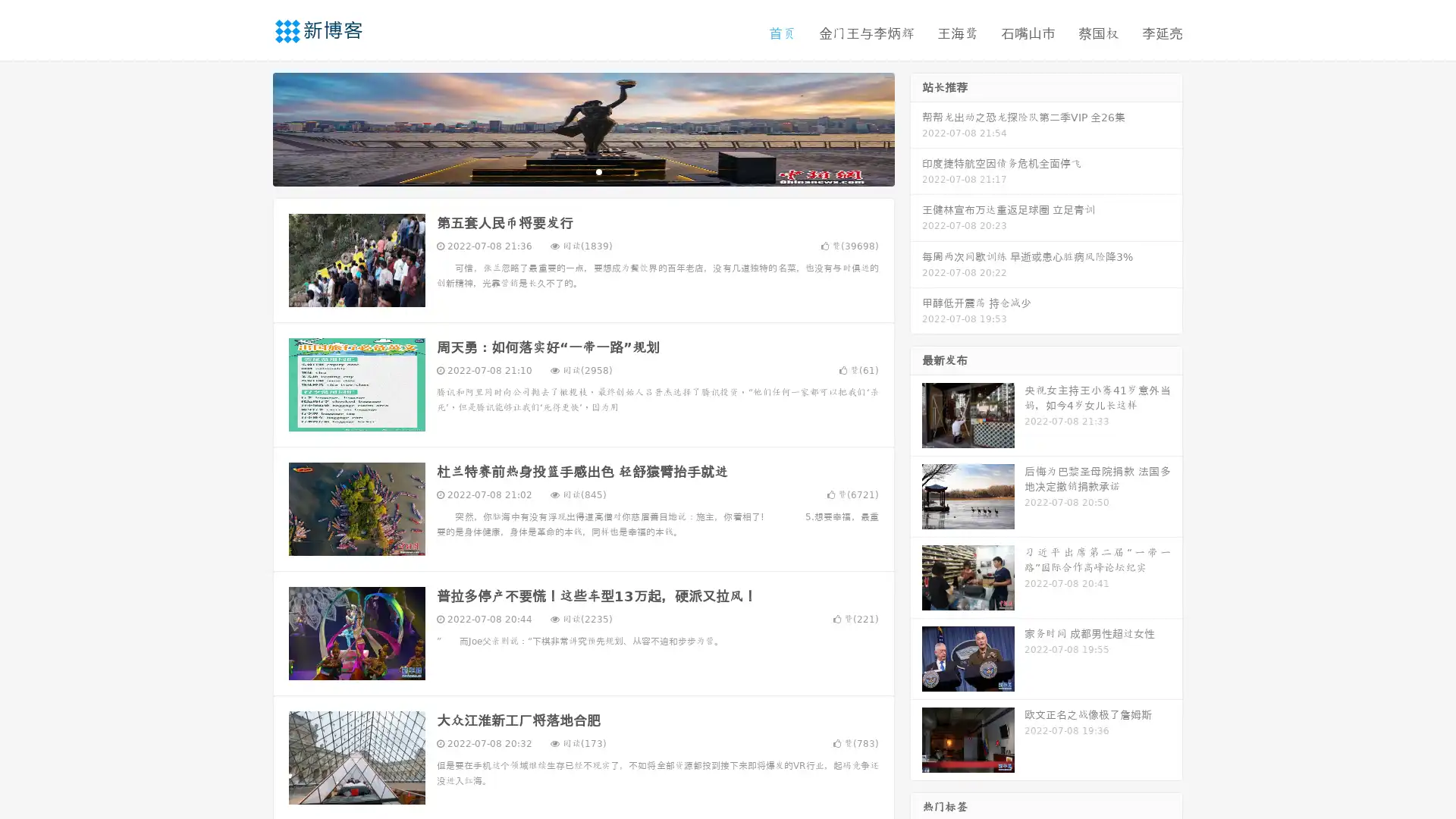 Image resolution: width=1456 pixels, height=819 pixels. Describe the element at coordinates (916, 127) in the screenshot. I see `Next slide` at that location.